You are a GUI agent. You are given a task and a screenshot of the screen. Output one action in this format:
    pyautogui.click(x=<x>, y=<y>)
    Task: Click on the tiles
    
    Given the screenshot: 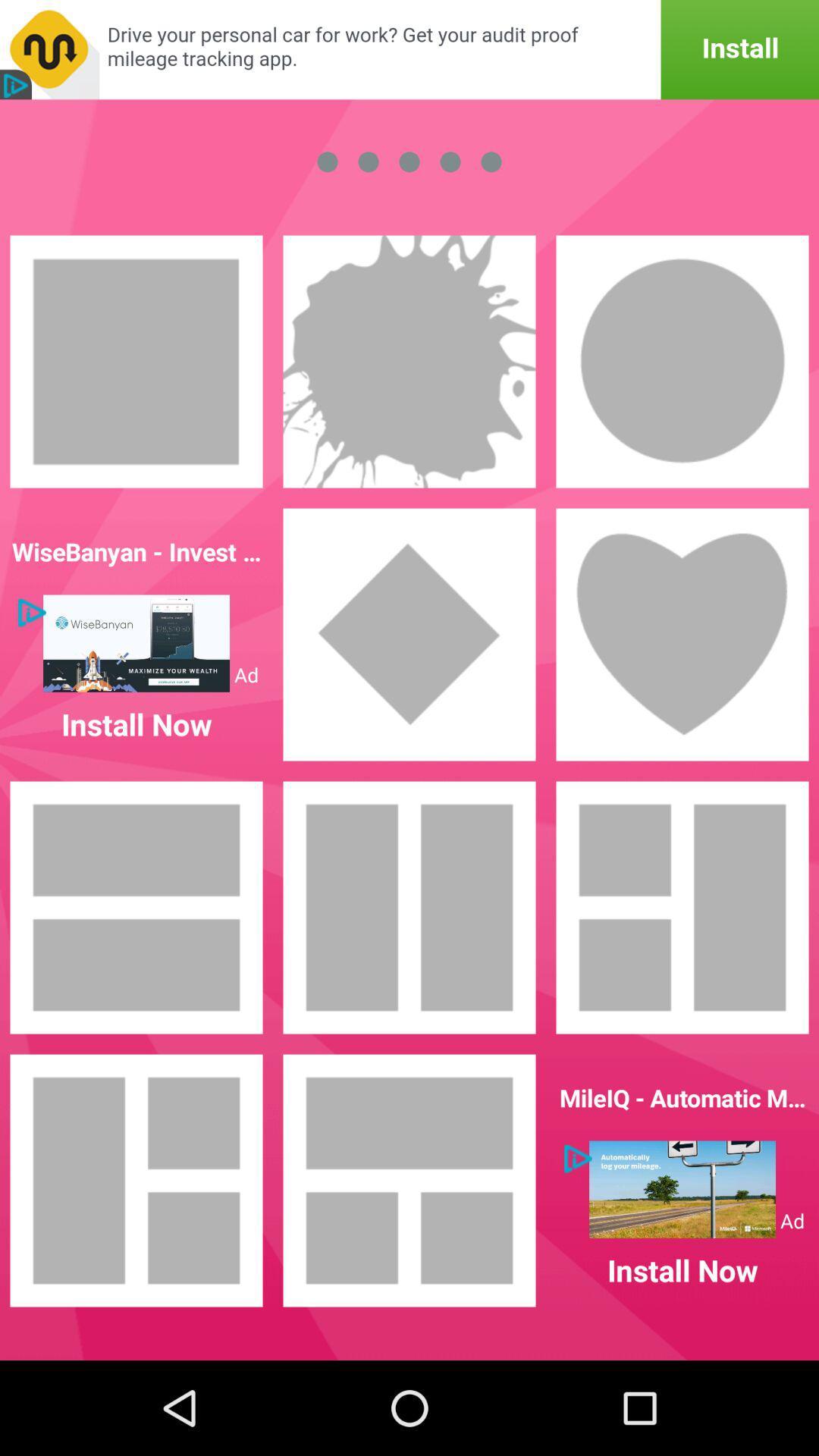 What is the action you would take?
    pyautogui.click(x=409, y=907)
    